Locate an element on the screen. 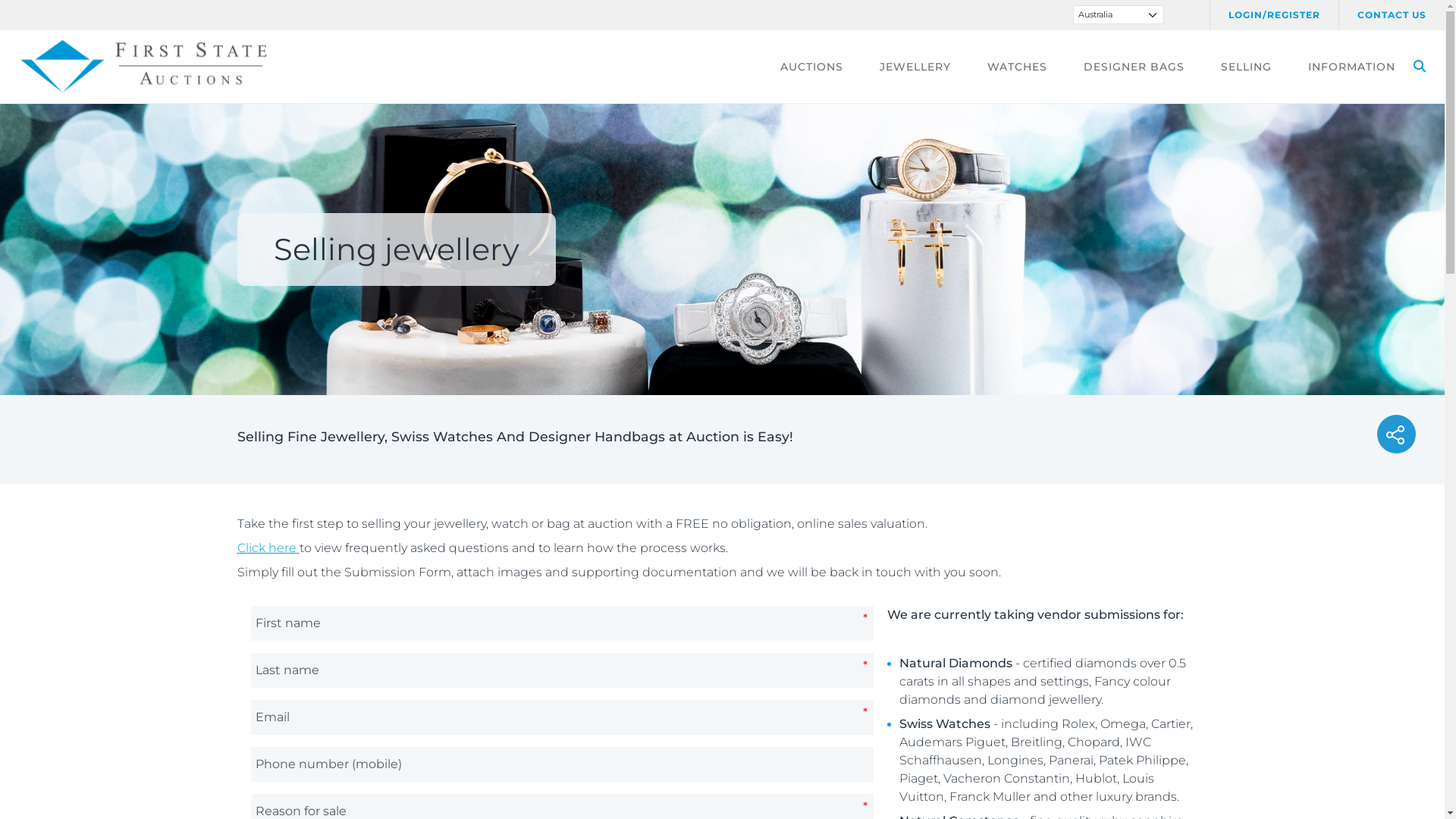 This screenshot has width=1456, height=819. 'CONTACT US' is located at coordinates (1392, 14).